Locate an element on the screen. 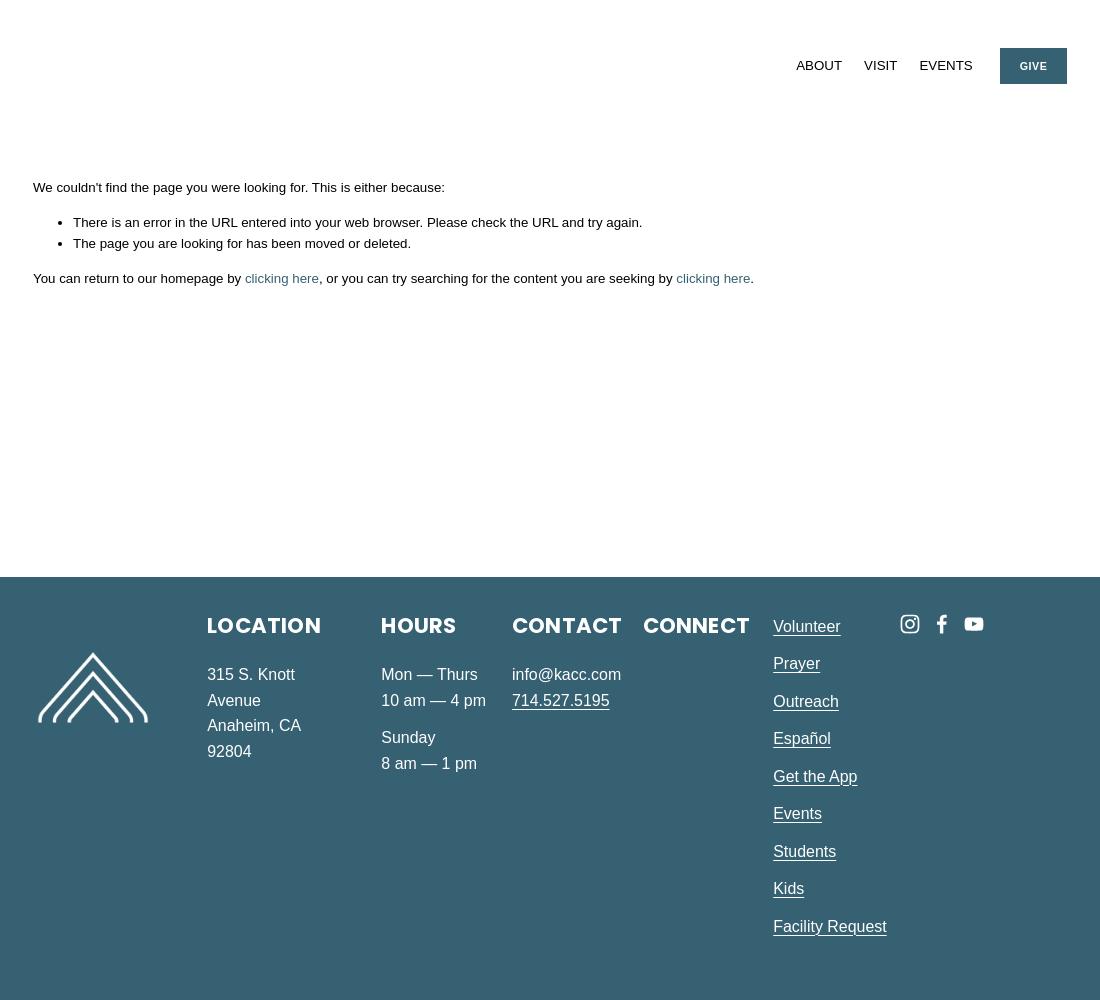 Image resolution: width=1100 pixels, height=1000 pixels. 'We couldn't find the page you were looking for. This is either because:' is located at coordinates (239, 186).